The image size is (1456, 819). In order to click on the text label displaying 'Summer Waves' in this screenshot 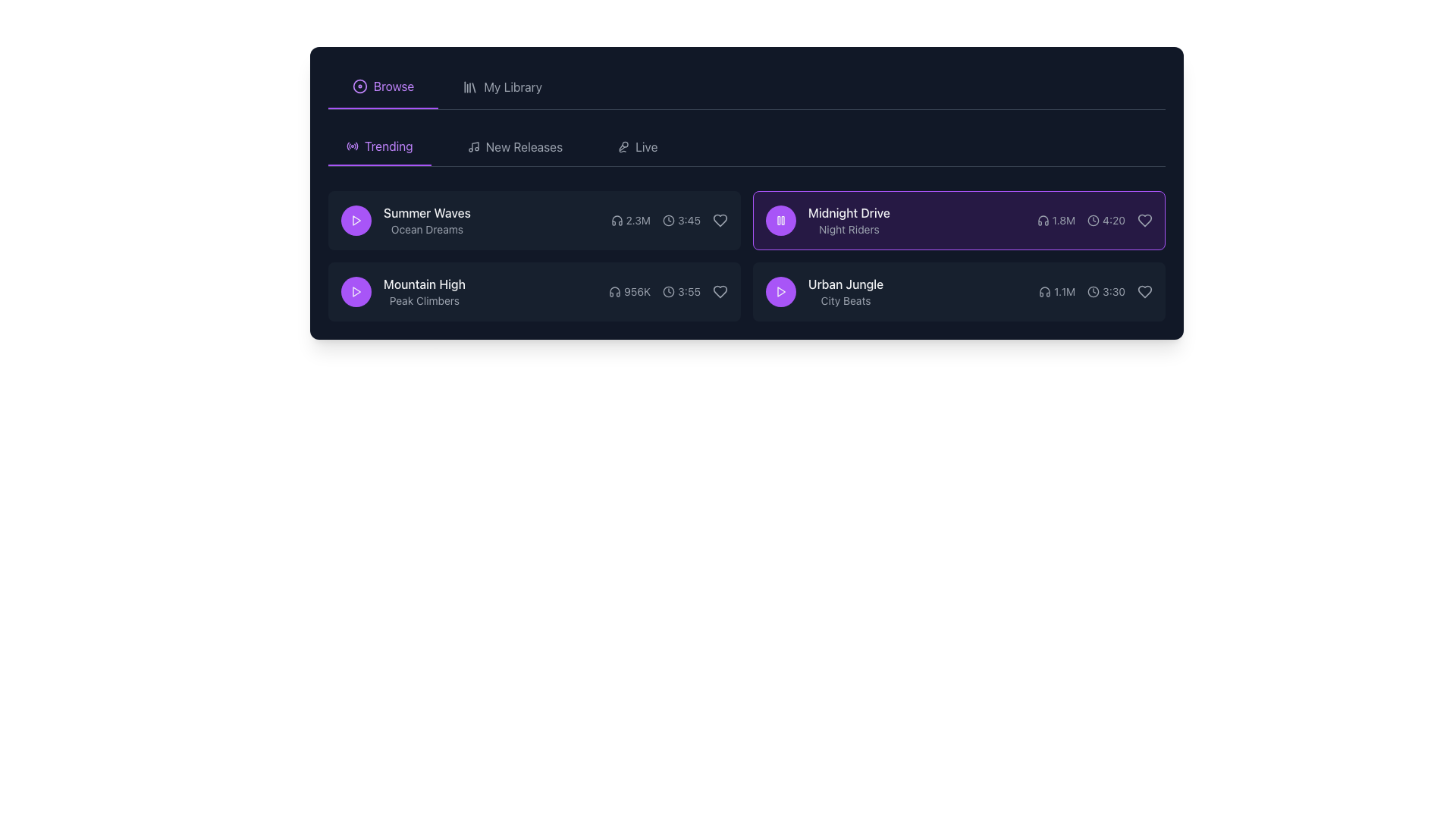, I will do `click(426, 213)`.